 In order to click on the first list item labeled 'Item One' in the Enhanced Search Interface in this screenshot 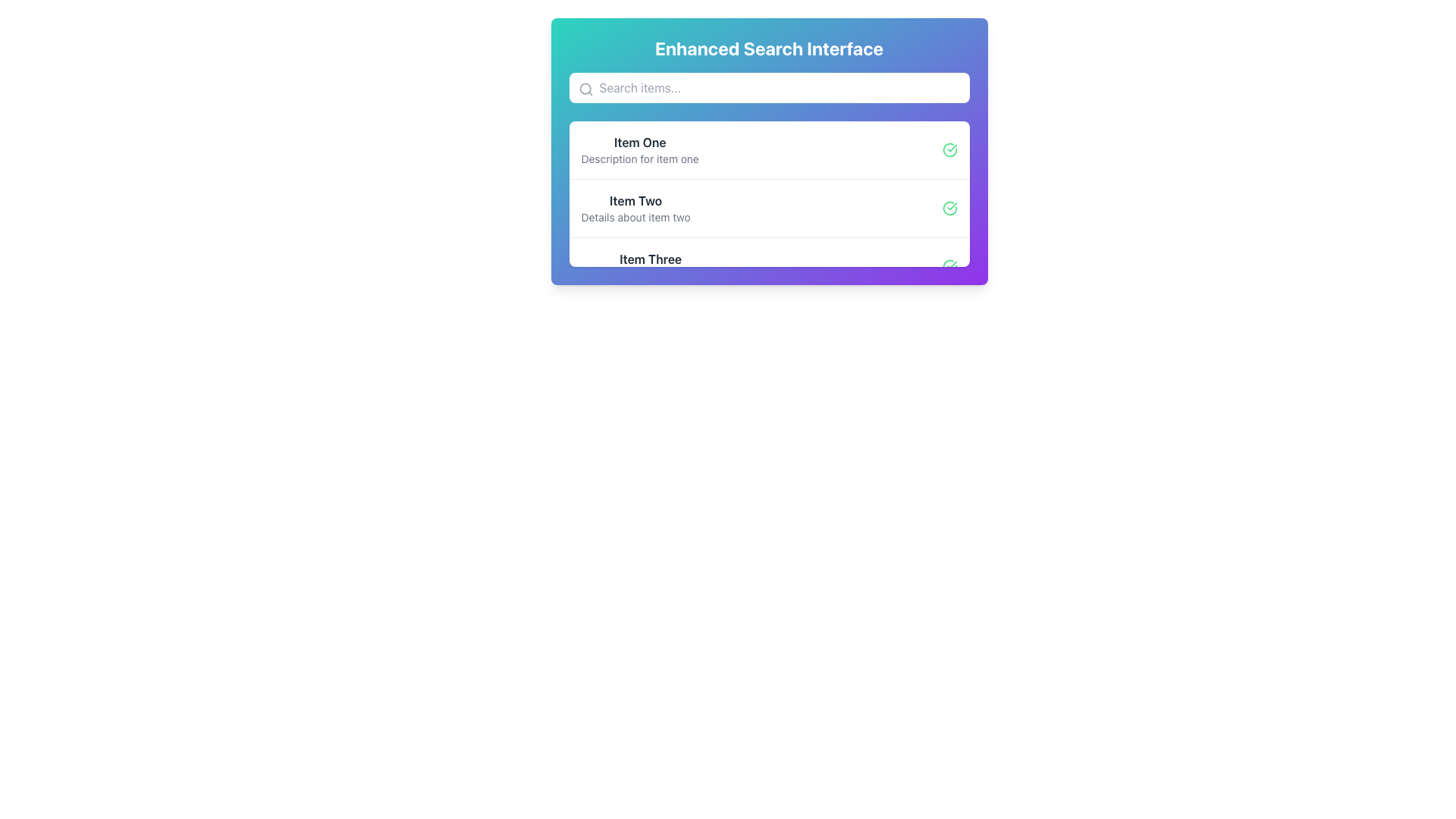, I will do `click(640, 149)`.